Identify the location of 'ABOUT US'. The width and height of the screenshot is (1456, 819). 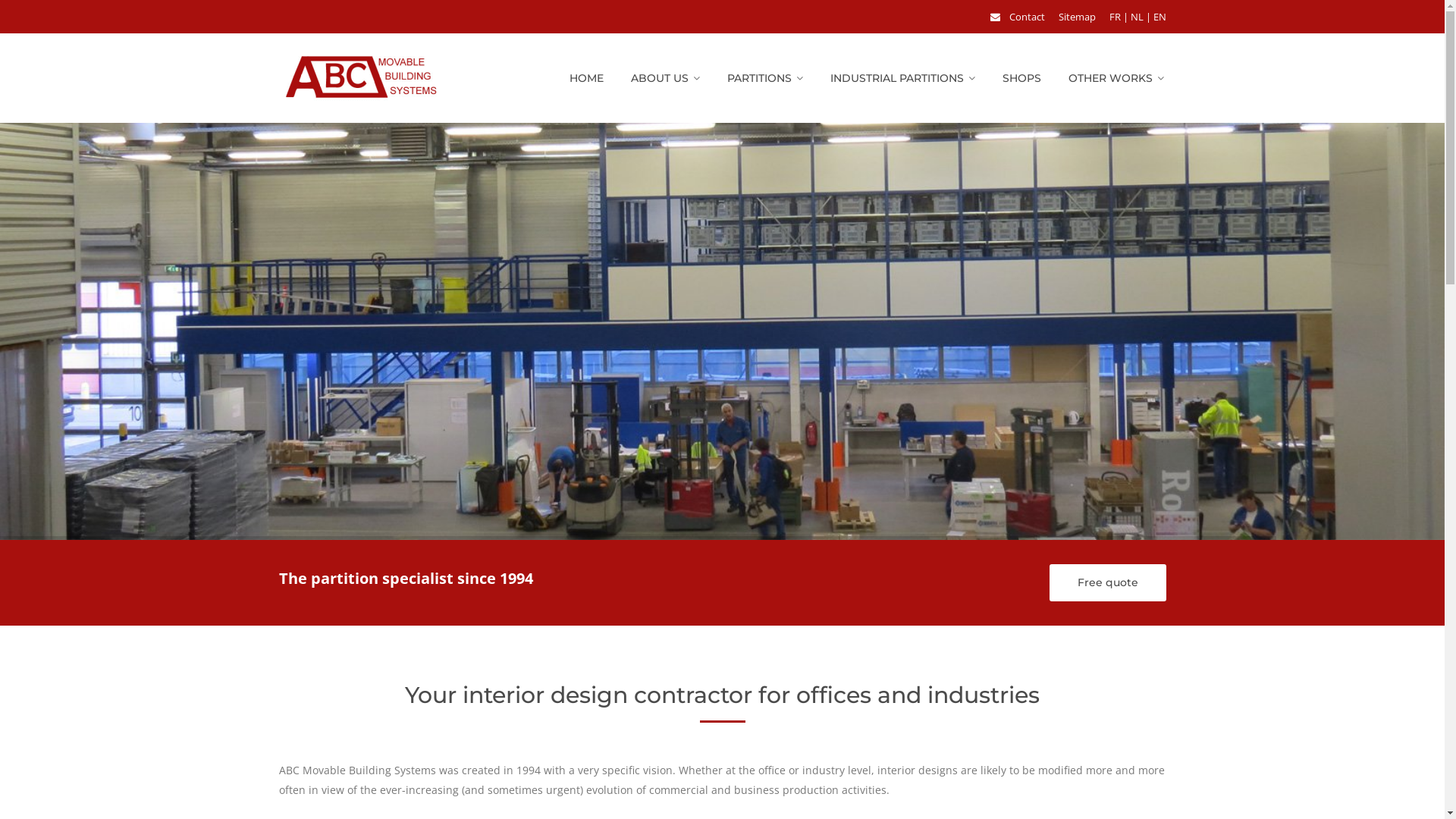
(665, 78).